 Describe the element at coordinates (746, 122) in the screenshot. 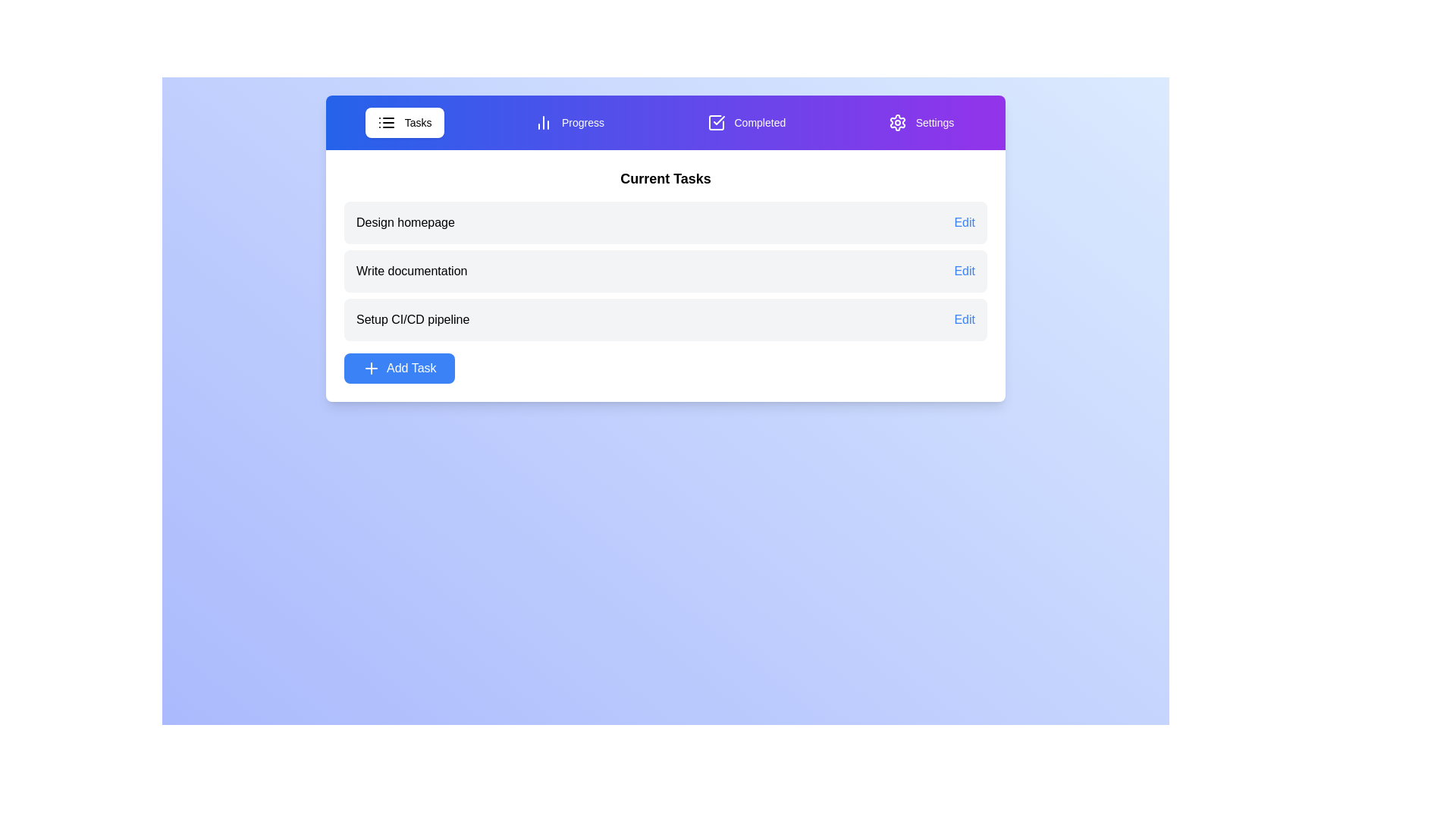

I see `the 'Completed' button with a purple gradient background, which is centrally located in the navigation bar and features white text and a checkmark icon` at that location.